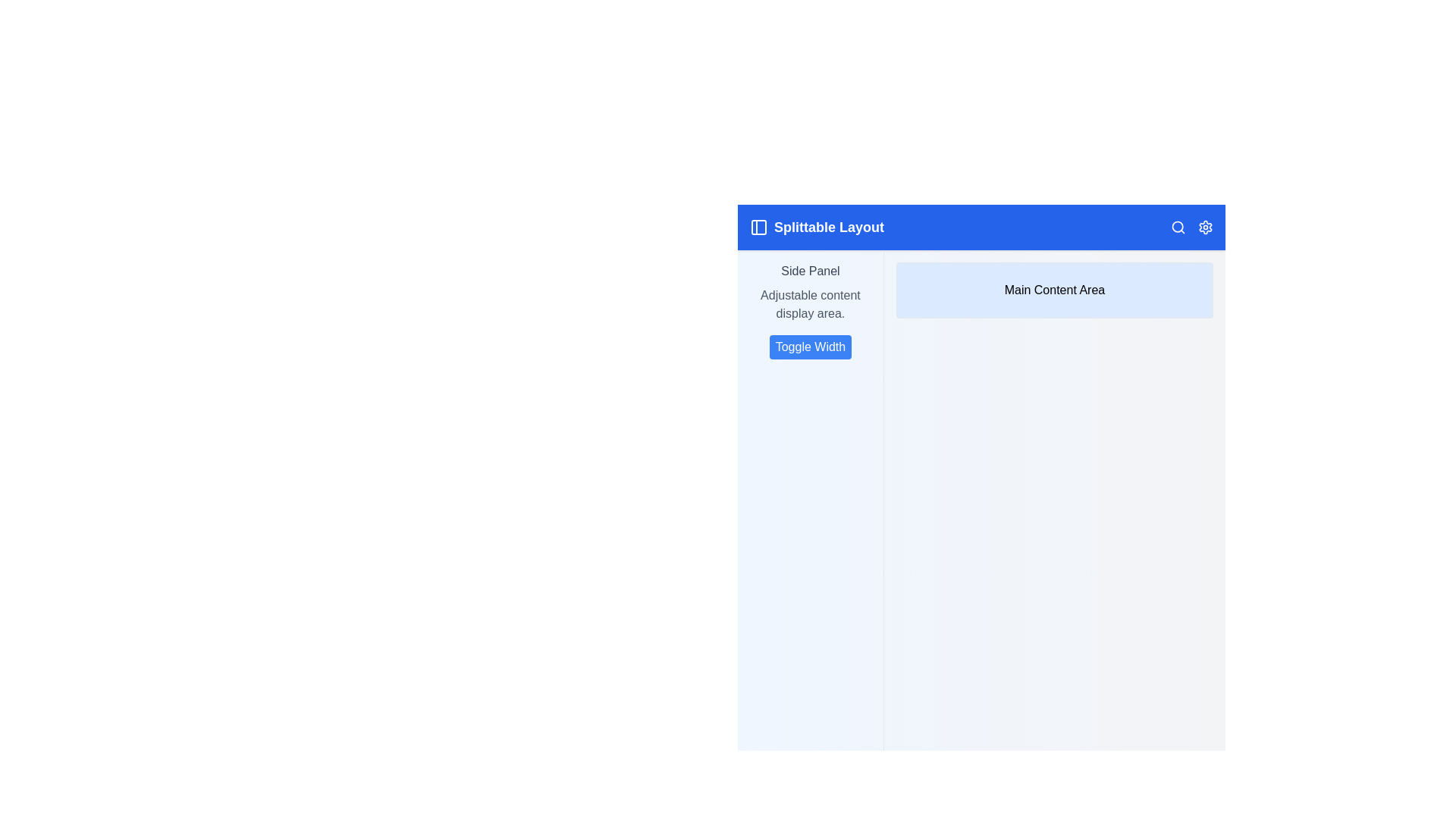 The width and height of the screenshot is (1456, 819). What do you see at coordinates (816, 227) in the screenshot?
I see `the header title element displaying 'Splittable Layout' at the top left corner of the UI` at bounding box center [816, 227].